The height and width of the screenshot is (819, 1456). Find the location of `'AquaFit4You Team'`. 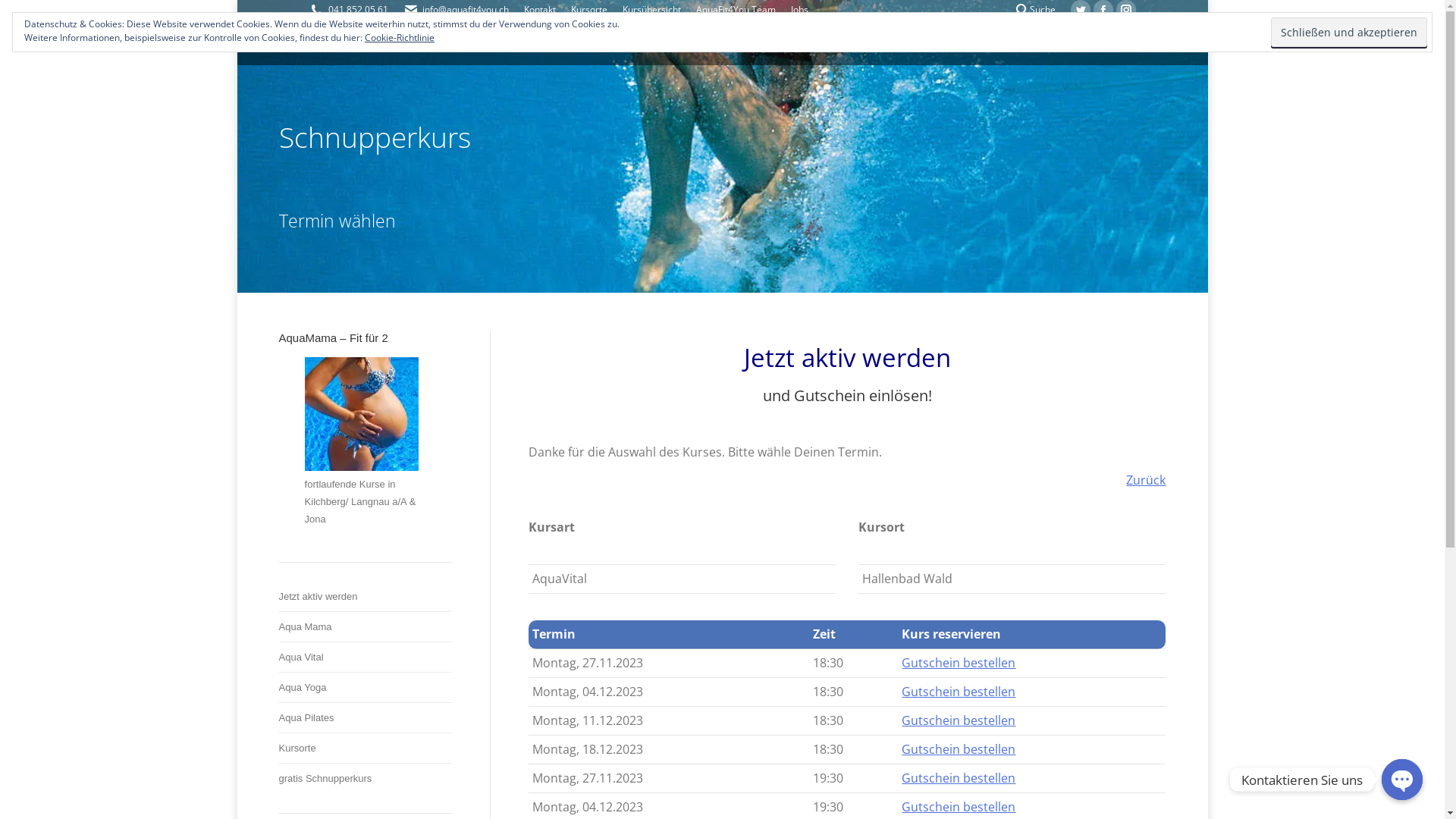

'AquaFit4You Team' is located at coordinates (736, 9).